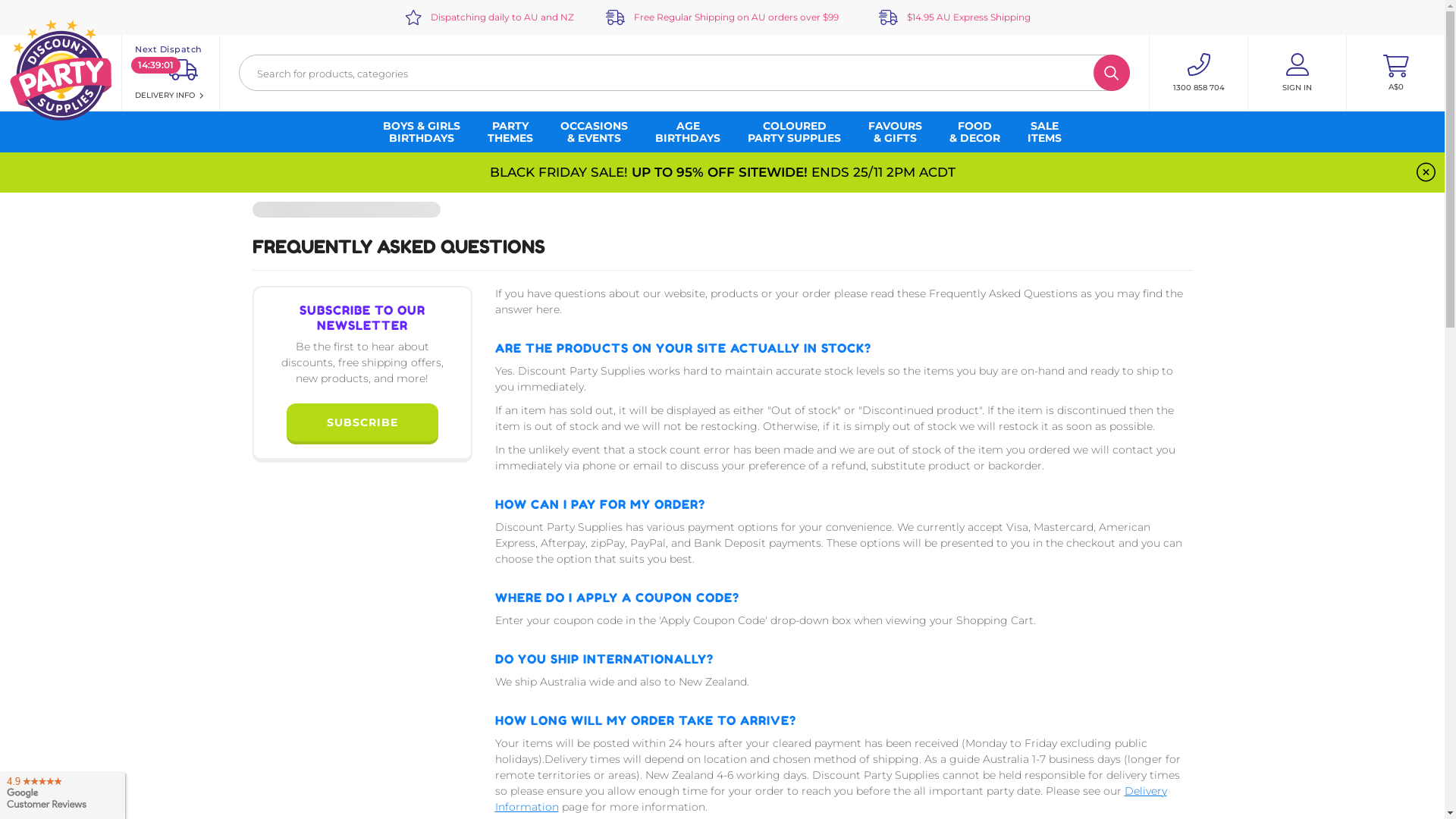  I want to click on 'PARTY, so click(510, 130).